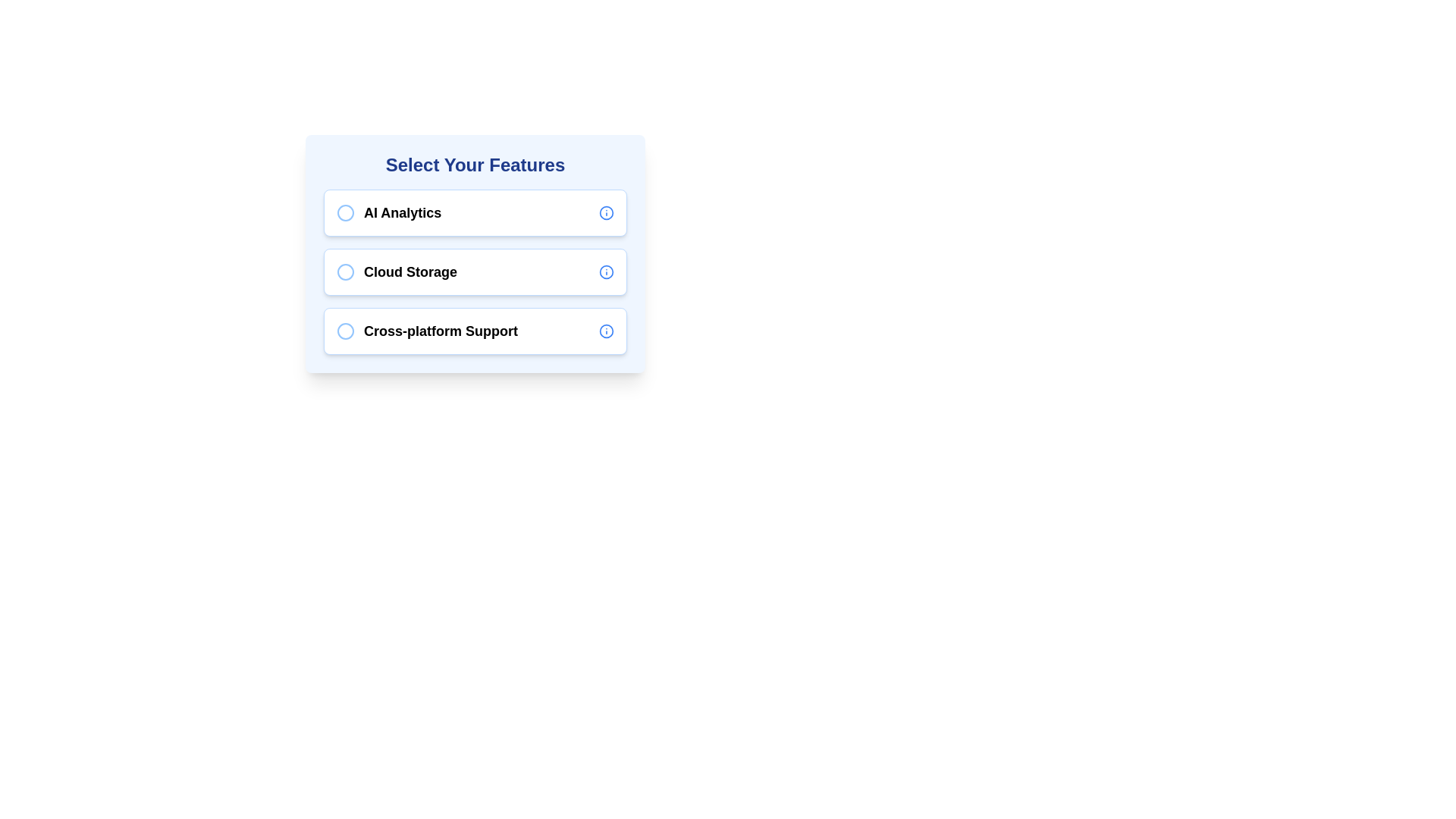 This screenshot has width=1456, height=819. I want to click on the blue information icon next to the 'Cross-platform Support' label, so click(607, 330).